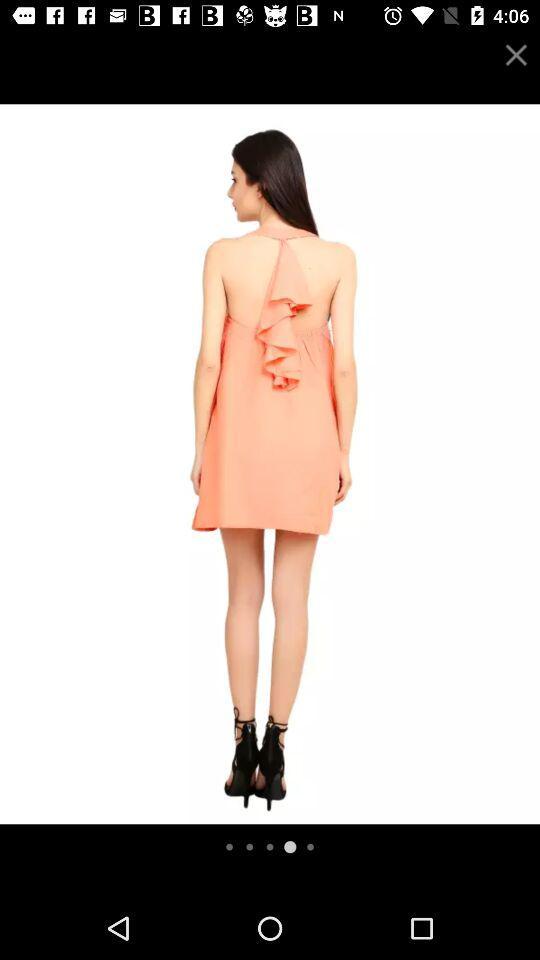 The image size is (540, 960). What do you see at coordinates (516, 54) in the screenshot?
I see `the close icon` at bounding box center [516, 54].